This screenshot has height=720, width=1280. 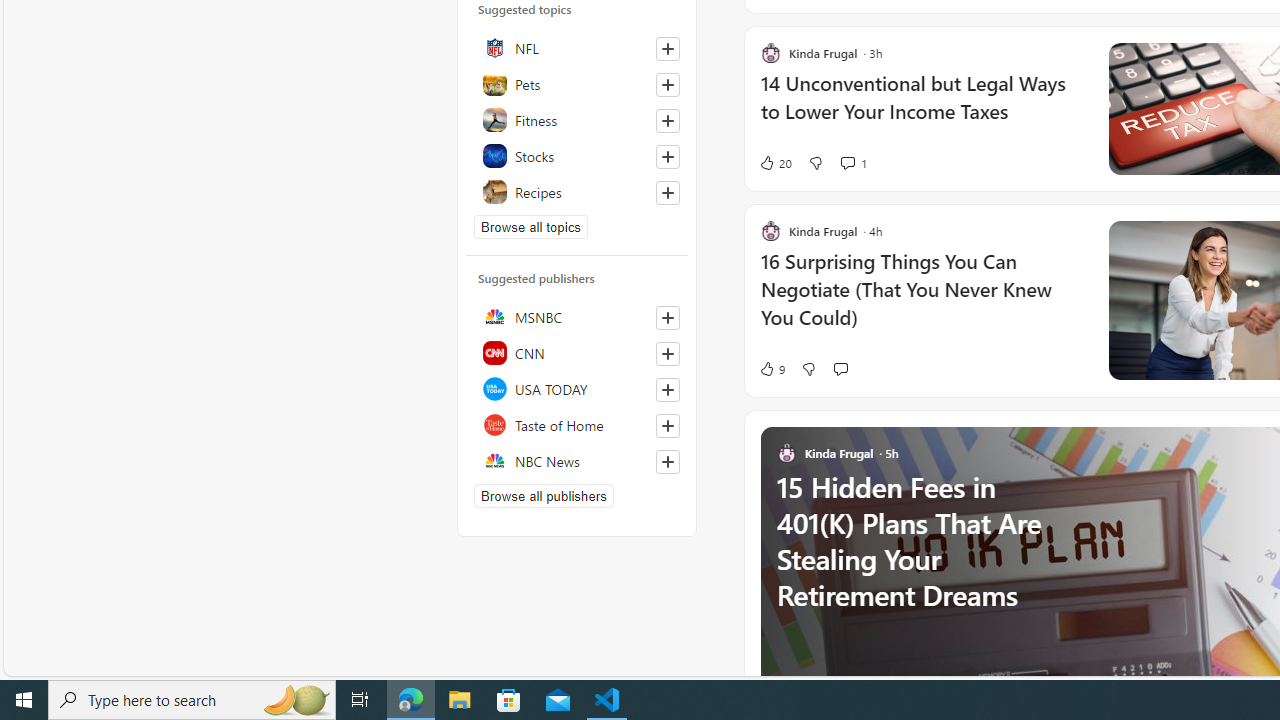 I want to click on 'View comments 1 Comment', so click(x=853, y=162).